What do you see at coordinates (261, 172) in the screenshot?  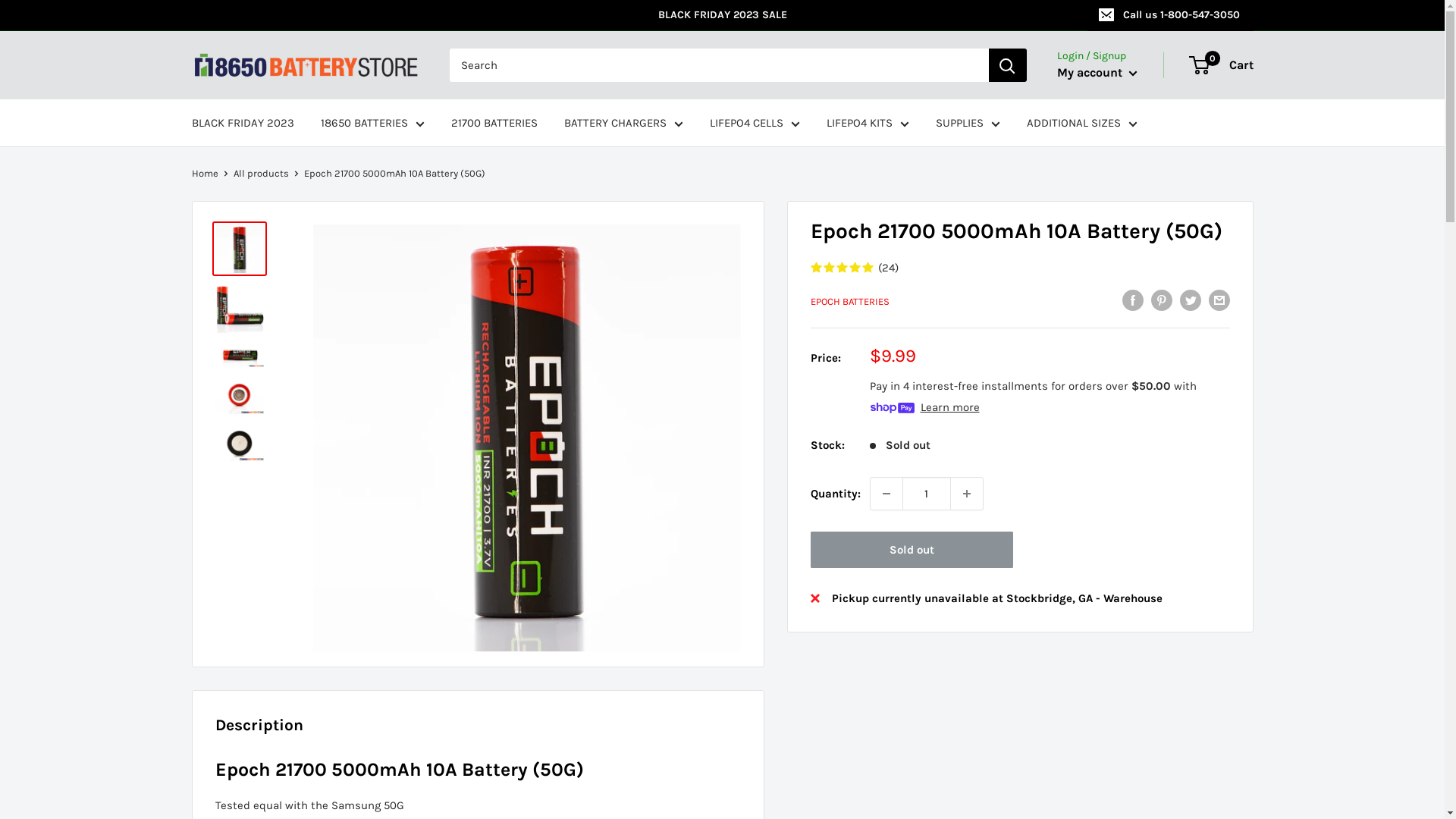 I see `'All products'` at bounding box center [261, 172].